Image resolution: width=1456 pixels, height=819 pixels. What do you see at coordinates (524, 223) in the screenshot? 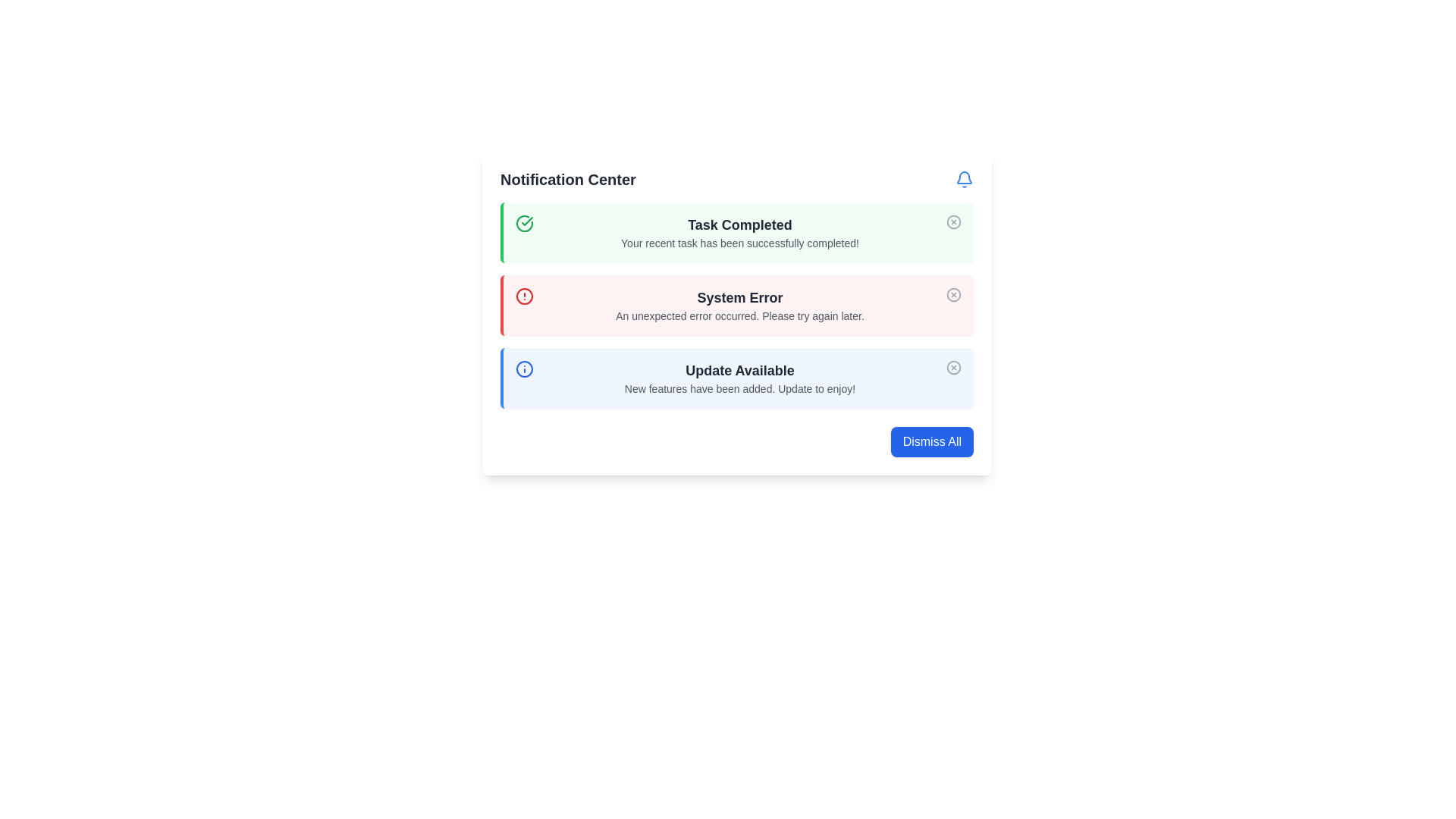
I see `the icon indicating successful task completion, located at the left side of the notification group near the 'Task Completed' message` at bounding box center [524, 223].